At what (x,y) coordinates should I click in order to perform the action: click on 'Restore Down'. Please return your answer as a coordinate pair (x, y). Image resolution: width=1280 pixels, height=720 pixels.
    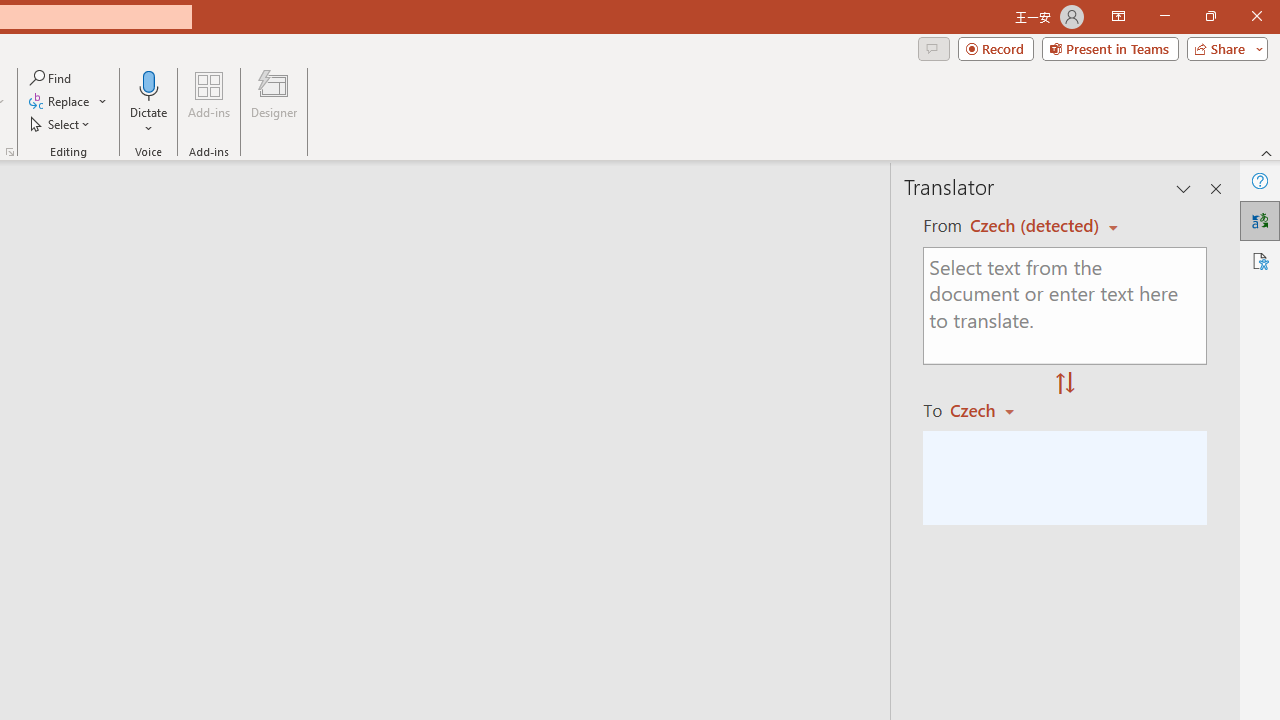
    Looking at the image, I should click on (1209, 16).